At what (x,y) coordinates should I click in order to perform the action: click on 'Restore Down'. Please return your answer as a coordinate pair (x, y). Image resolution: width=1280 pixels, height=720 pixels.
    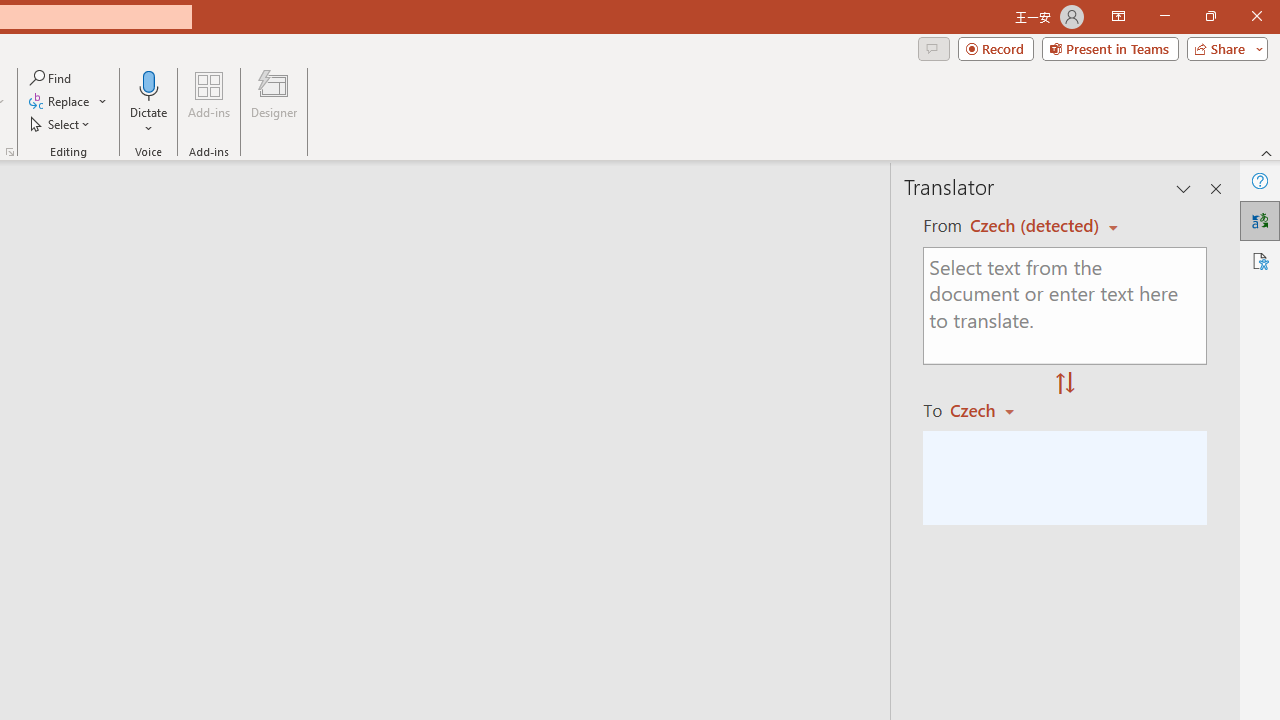
    Looking at the image, I should click on (1209, 16).